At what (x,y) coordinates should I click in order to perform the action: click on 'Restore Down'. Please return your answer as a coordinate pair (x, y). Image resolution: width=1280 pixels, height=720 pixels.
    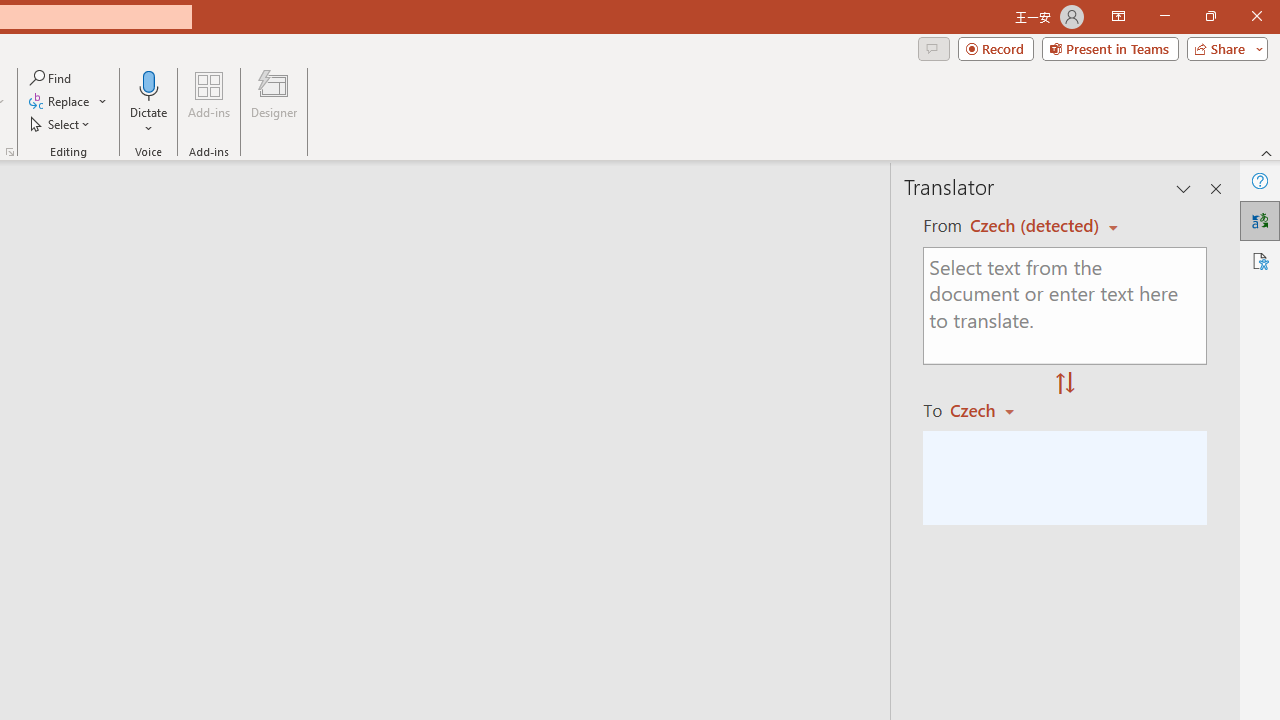
    Looking at the image, I should click on (1209, 16).